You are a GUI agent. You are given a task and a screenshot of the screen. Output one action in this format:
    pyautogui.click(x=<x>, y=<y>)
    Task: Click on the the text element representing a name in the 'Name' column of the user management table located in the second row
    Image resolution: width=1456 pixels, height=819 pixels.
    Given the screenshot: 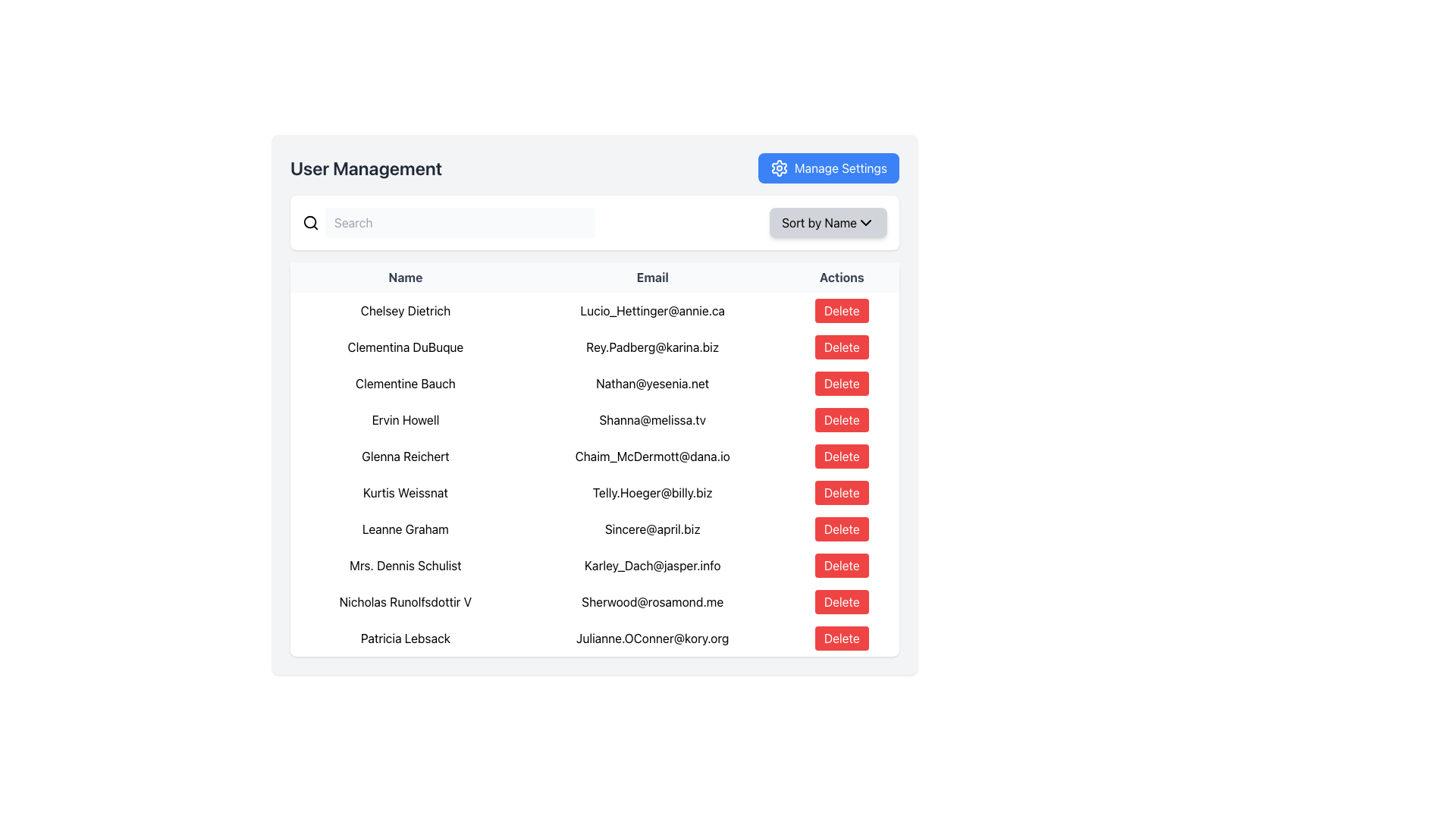 What is the action you would take?
    pyautogui.click(x=405, y=309)
    